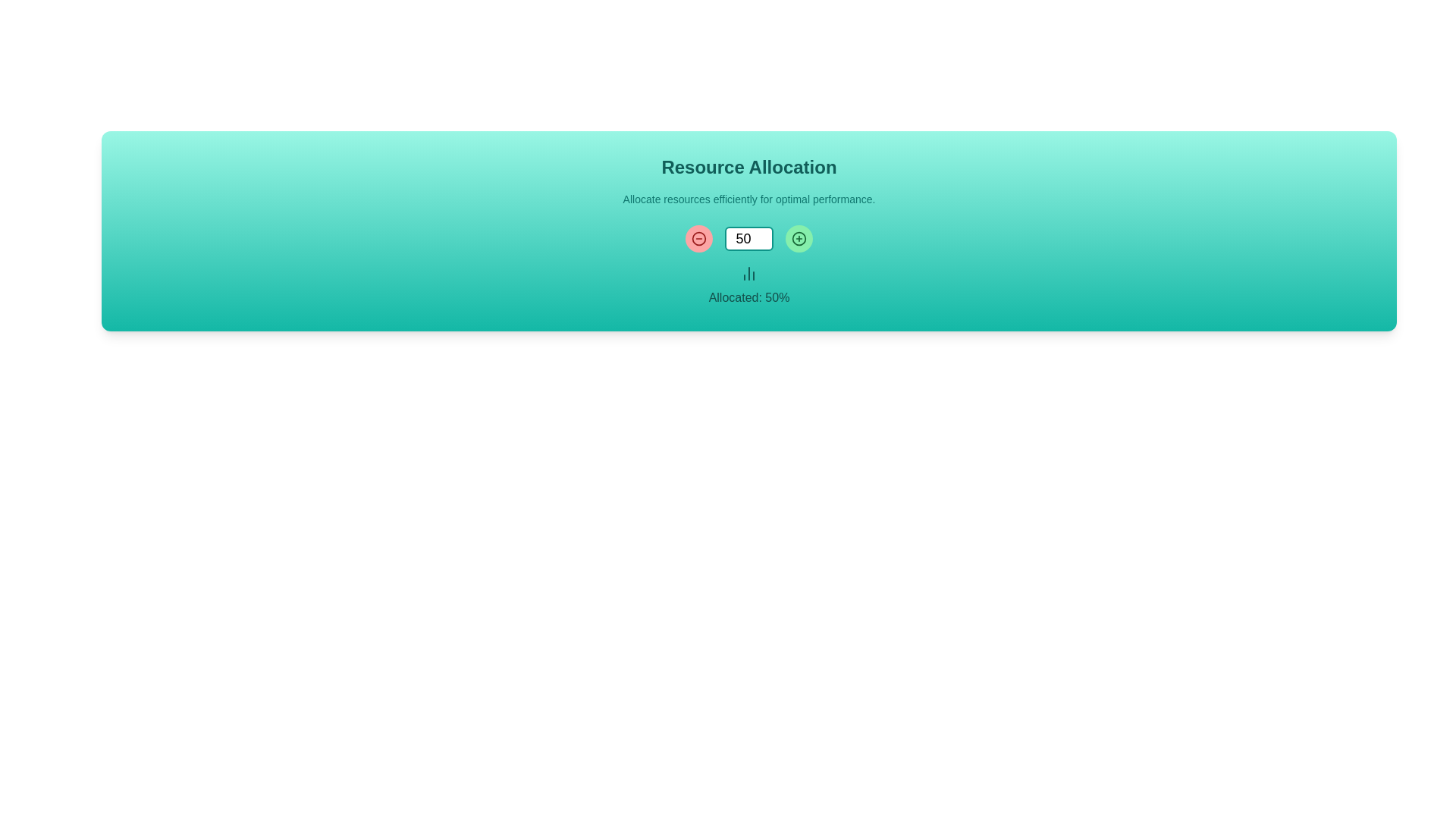 Image resolution: width=1456 pixels, height=819 pixels. I want to click on the minus icon within the circular graphic, which is used for decreasing the numerical value of allocated resources, located beneath the text field displaying '50', so click(698, 239).